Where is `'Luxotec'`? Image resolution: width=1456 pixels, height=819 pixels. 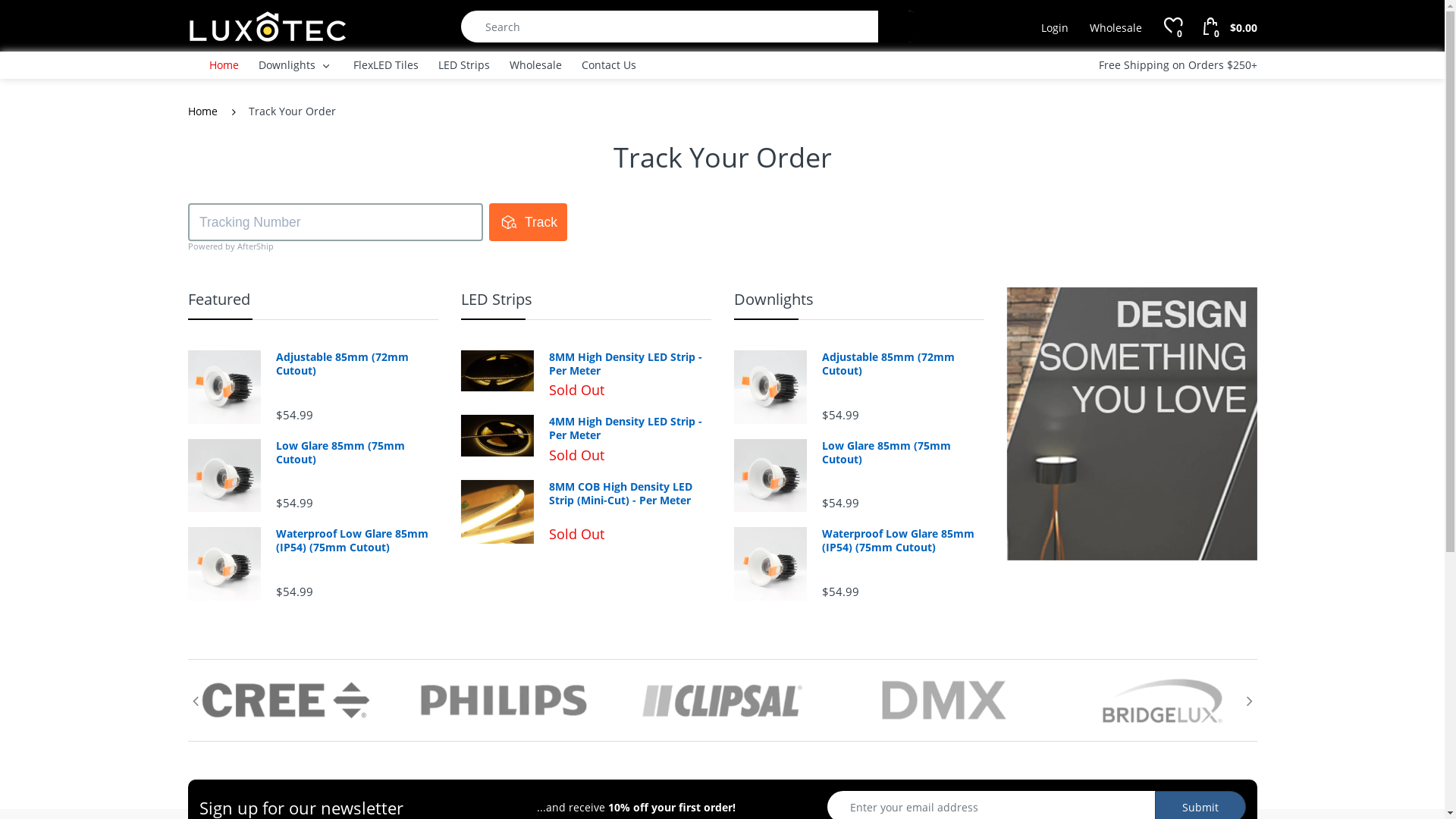 'Luxotec' is located at coordinates (268, 25).